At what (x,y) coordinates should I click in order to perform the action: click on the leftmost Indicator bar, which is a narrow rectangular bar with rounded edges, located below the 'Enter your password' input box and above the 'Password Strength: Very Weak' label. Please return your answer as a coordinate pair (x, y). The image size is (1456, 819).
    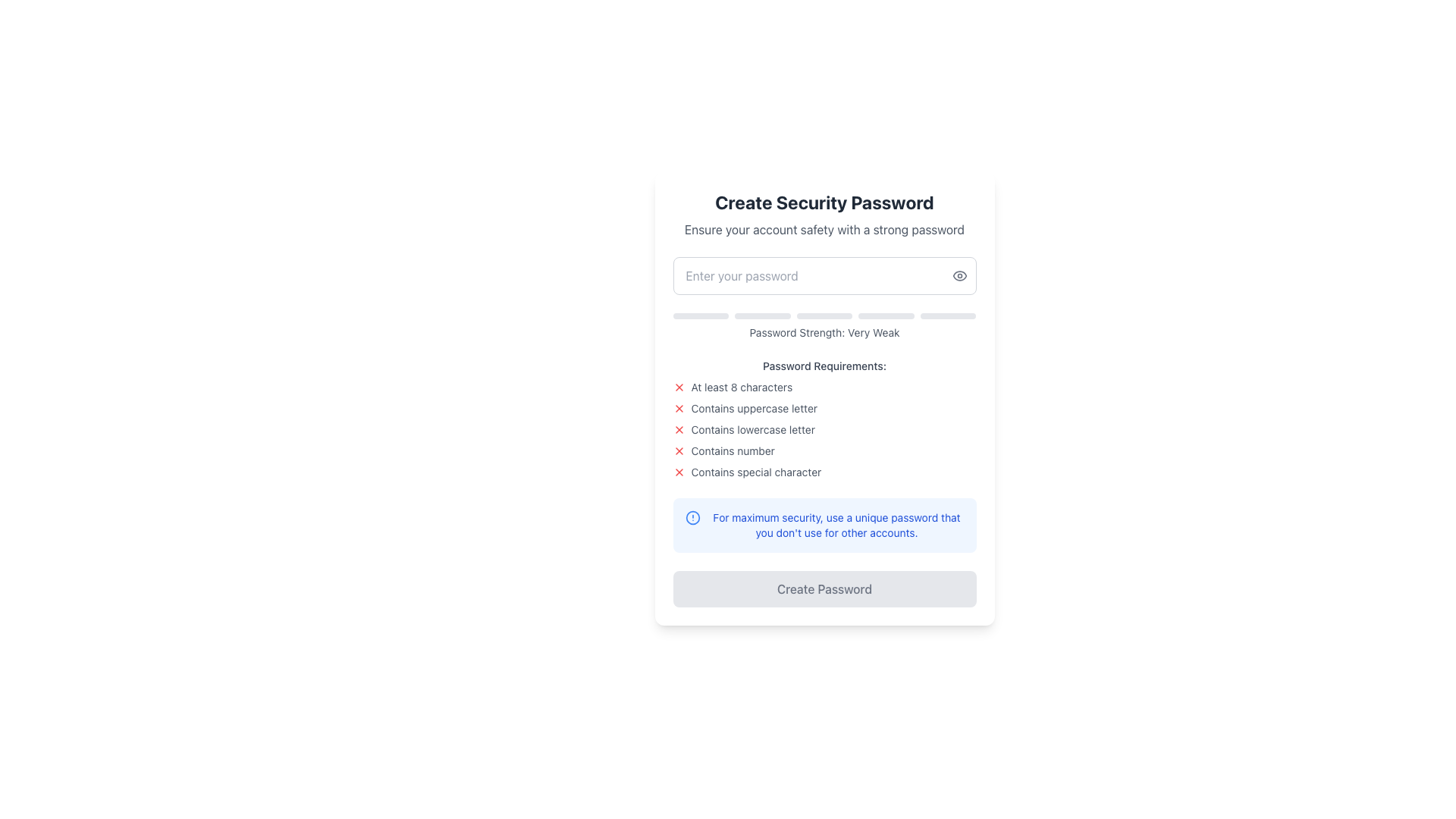
    Looking at the image, I should click on (700, 315).